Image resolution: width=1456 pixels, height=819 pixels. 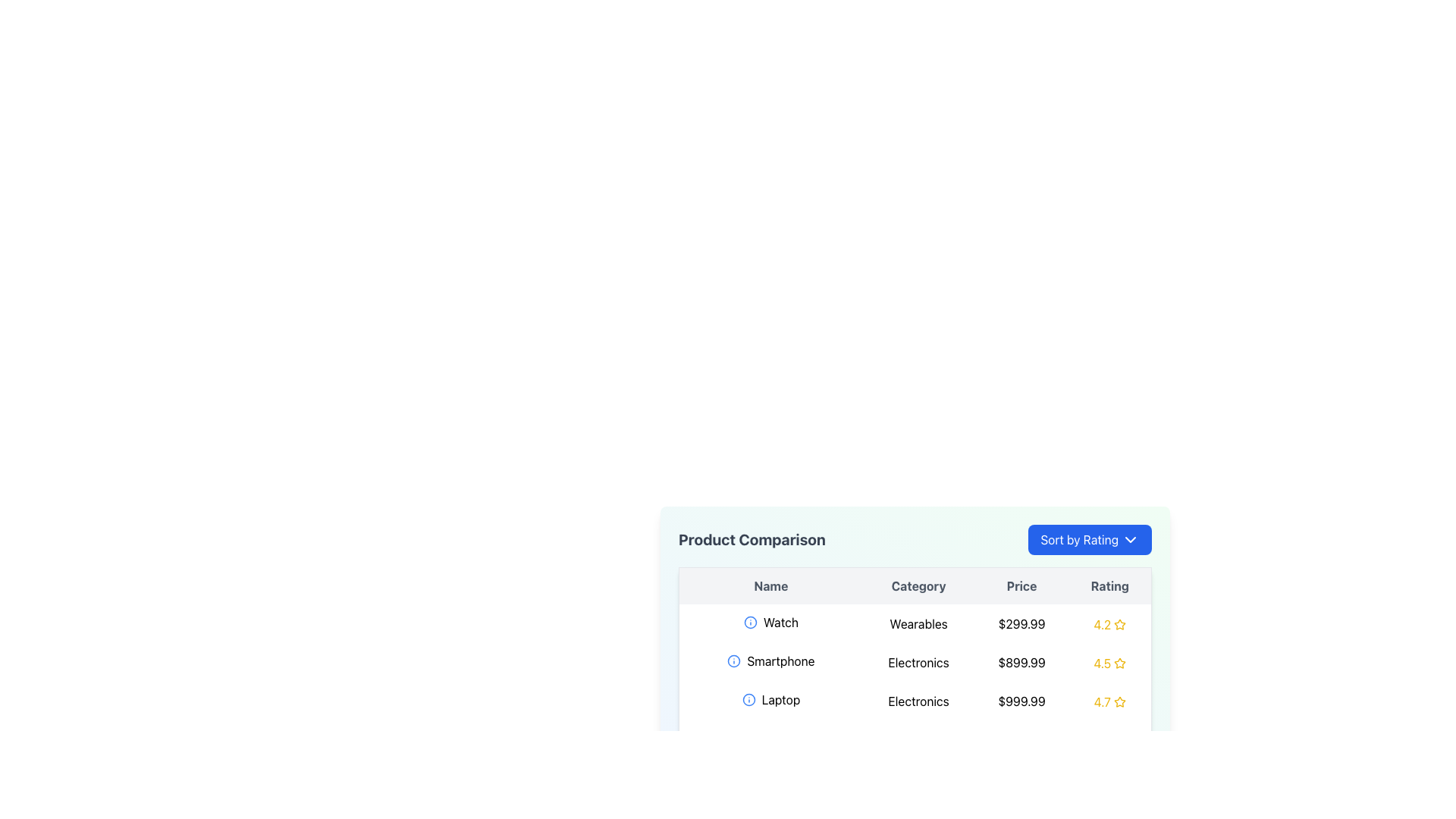 I want to click on the star-shaped icon indicating a rating of '4.2' for the 'Watch' product in the 'Rating' column of the table under 'Product Comparison', so click(x=1120, y=624).